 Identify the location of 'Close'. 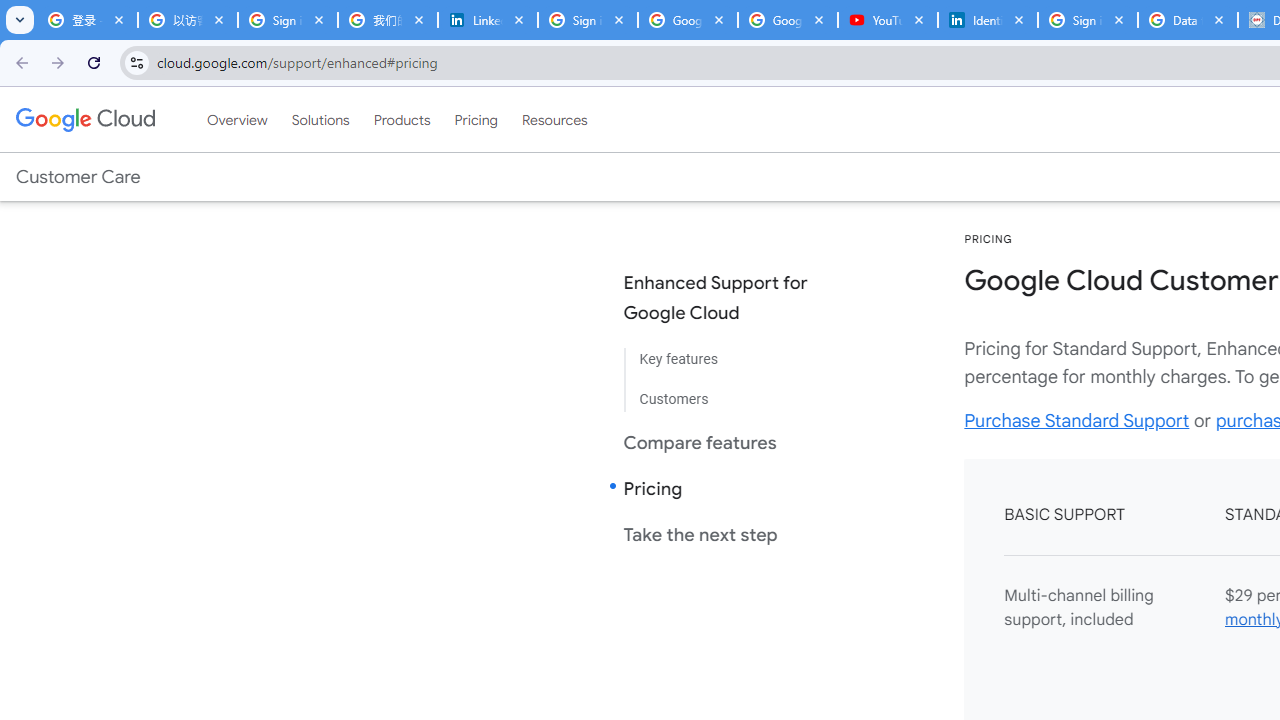
(1217, 19).